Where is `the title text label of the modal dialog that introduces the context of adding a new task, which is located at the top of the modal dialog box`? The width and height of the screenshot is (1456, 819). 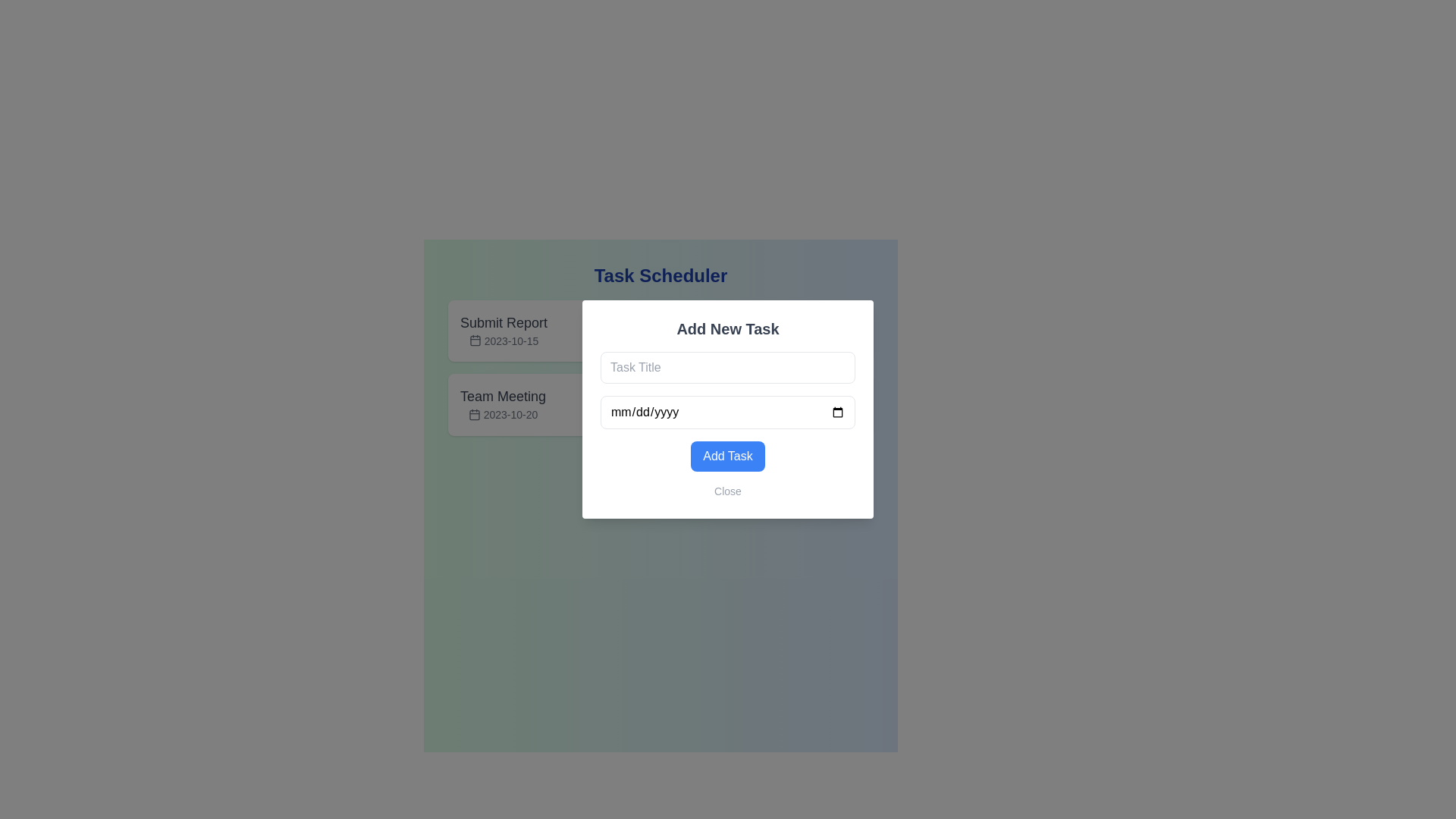
the title text label of the modal dialog that introduces the context of adding a new task, which is located at the top of the modal dialog box is located at coordinates (728, 328).